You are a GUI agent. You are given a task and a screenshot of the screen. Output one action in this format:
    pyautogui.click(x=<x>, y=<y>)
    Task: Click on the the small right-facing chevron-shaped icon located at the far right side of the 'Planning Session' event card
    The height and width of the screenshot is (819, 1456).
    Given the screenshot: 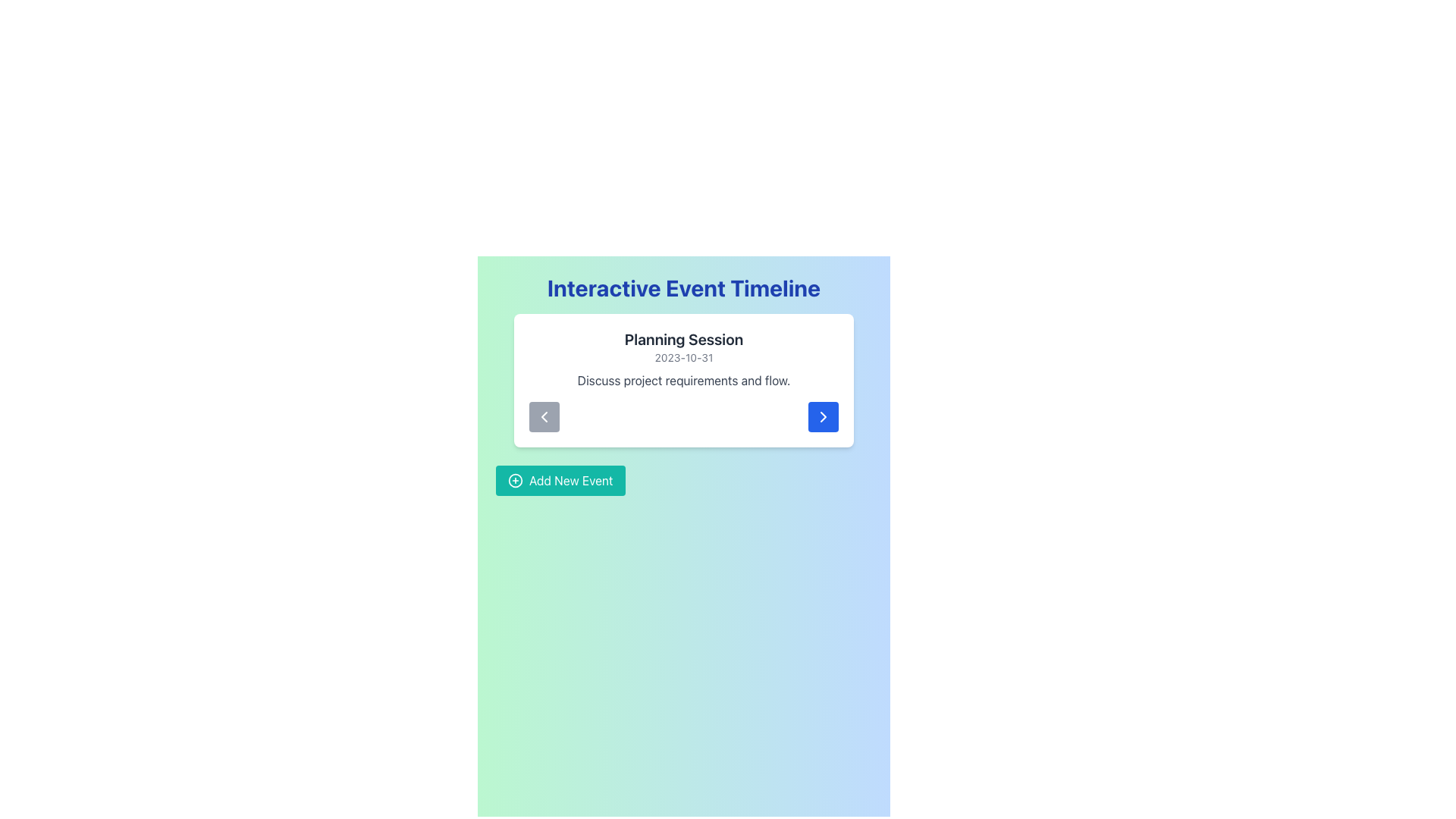 What is the action you would take?
    pyautogui.click(x=822, y=417)
    